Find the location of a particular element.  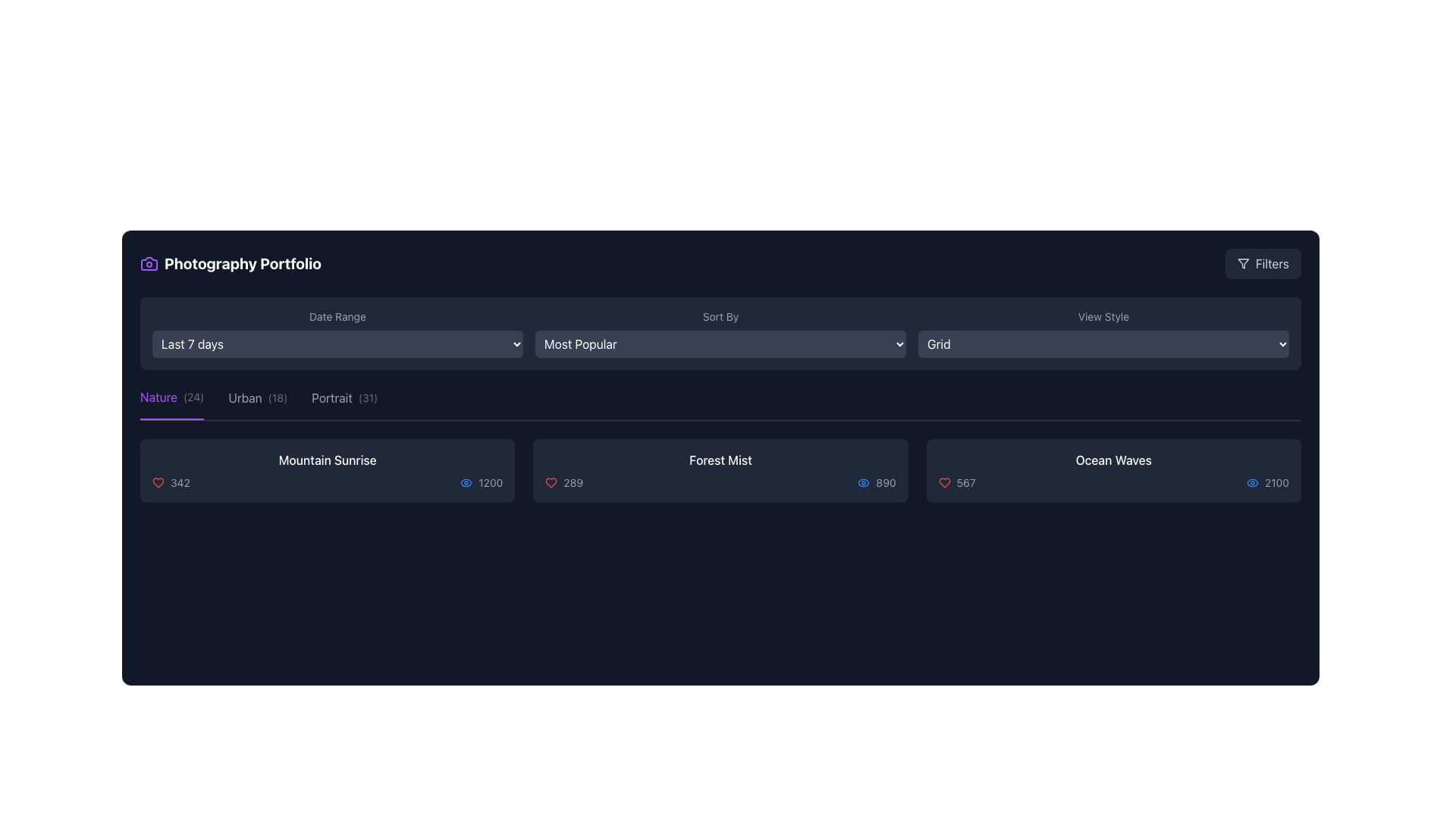

the red heart icon and text combination displaying '342' located on the left side of the horizontal bar below the title 'Mountain Sunrise' is located at coordinates (171, 482).